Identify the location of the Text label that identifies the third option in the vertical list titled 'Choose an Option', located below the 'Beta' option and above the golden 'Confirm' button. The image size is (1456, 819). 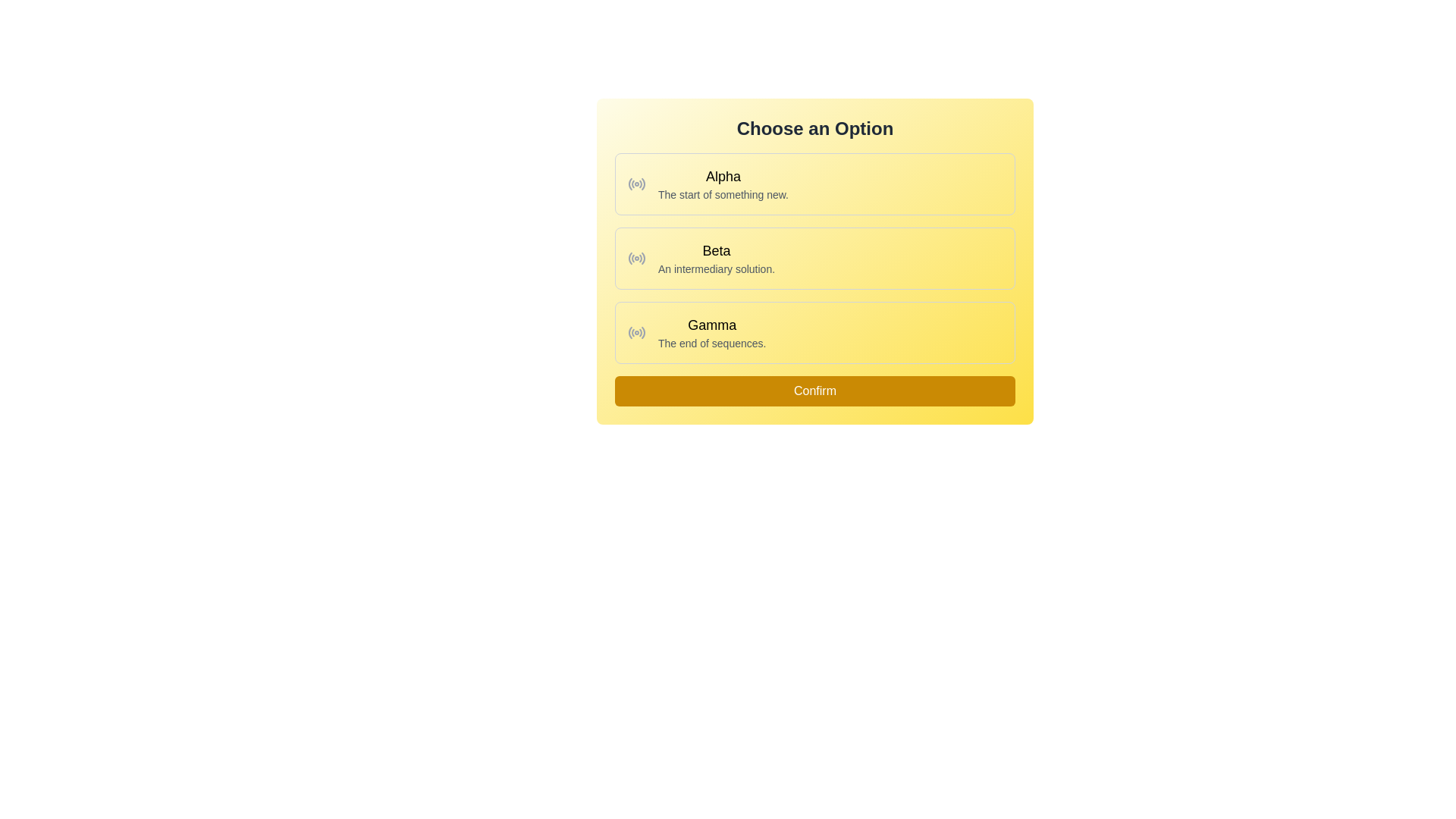
(711, 324).